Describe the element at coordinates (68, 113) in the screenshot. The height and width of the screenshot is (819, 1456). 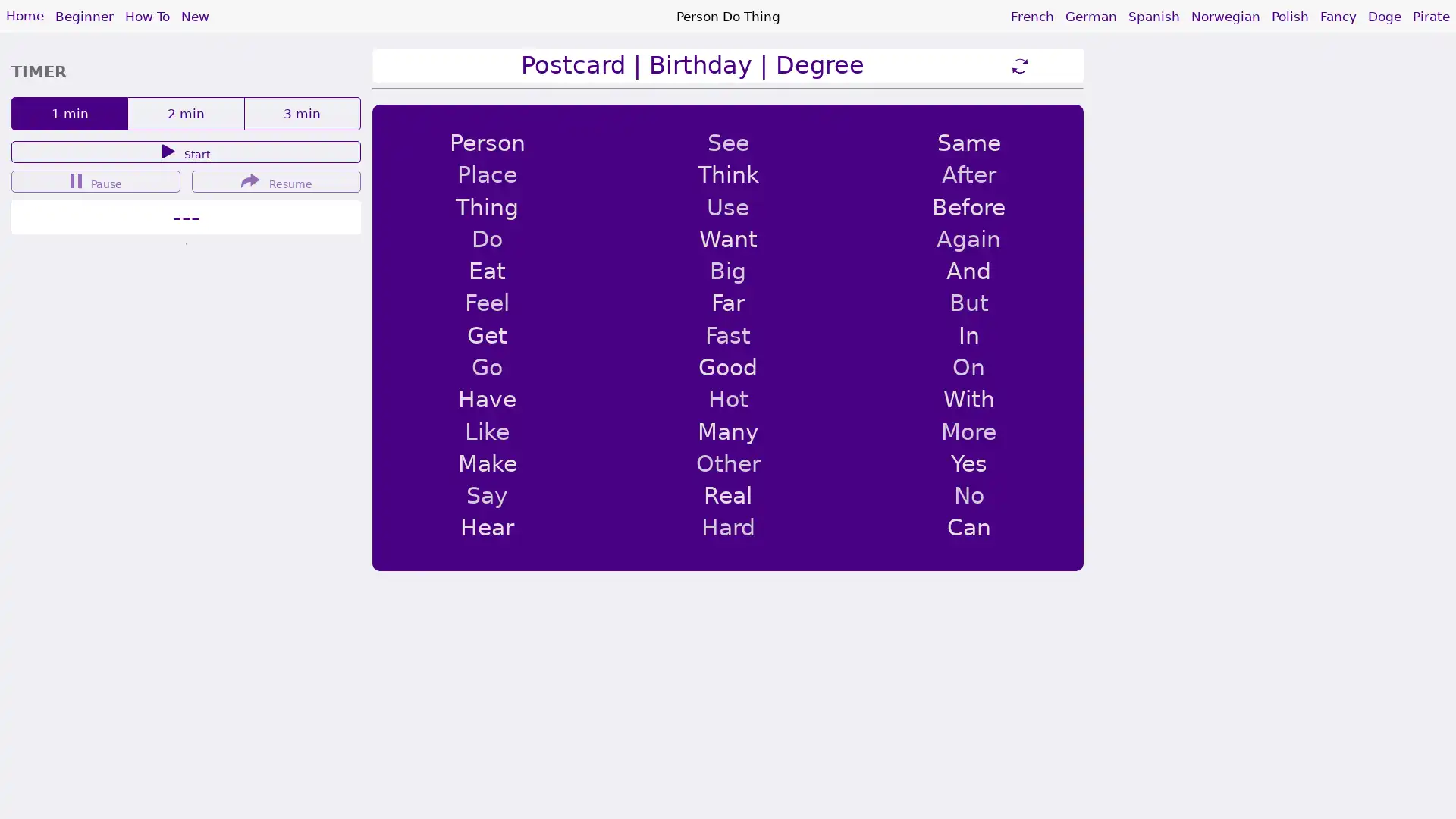
I see `1 min` at that location.